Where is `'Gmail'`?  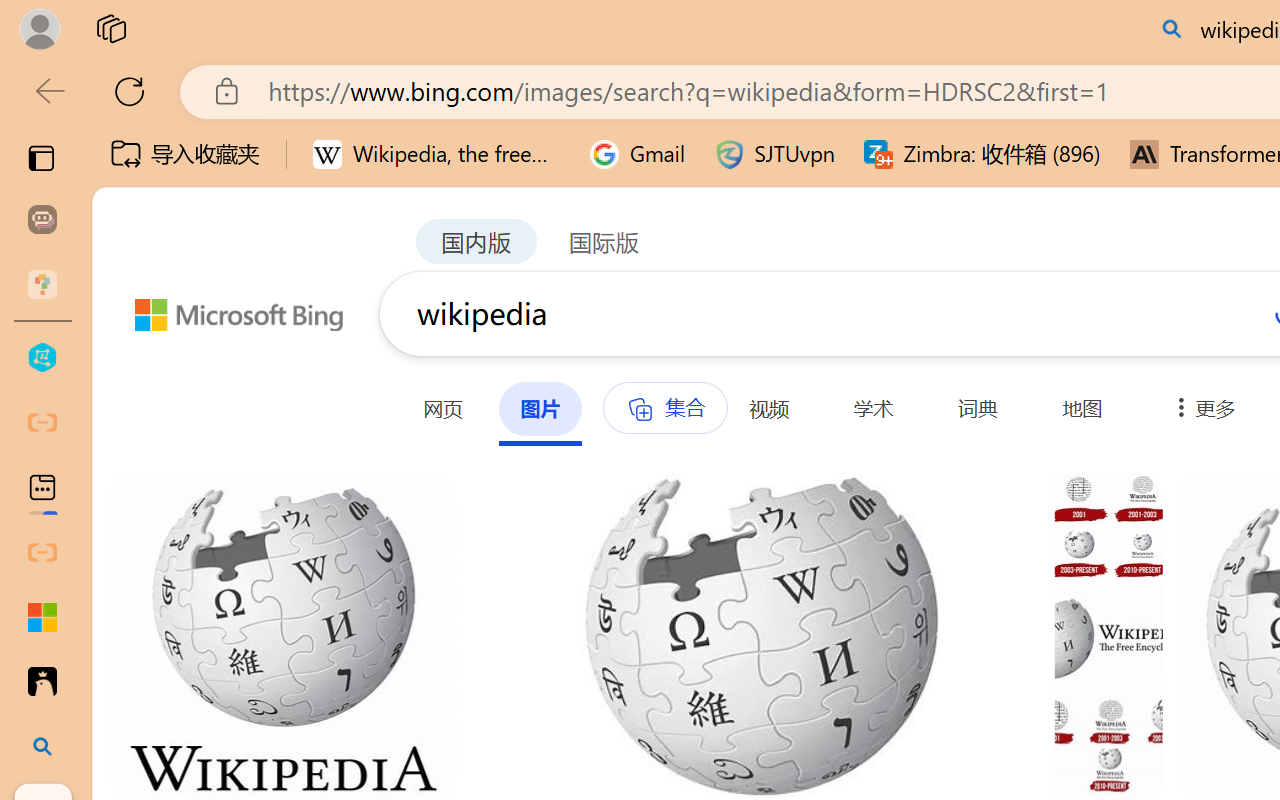 'Gmail' is located at coordinates (637, 154).